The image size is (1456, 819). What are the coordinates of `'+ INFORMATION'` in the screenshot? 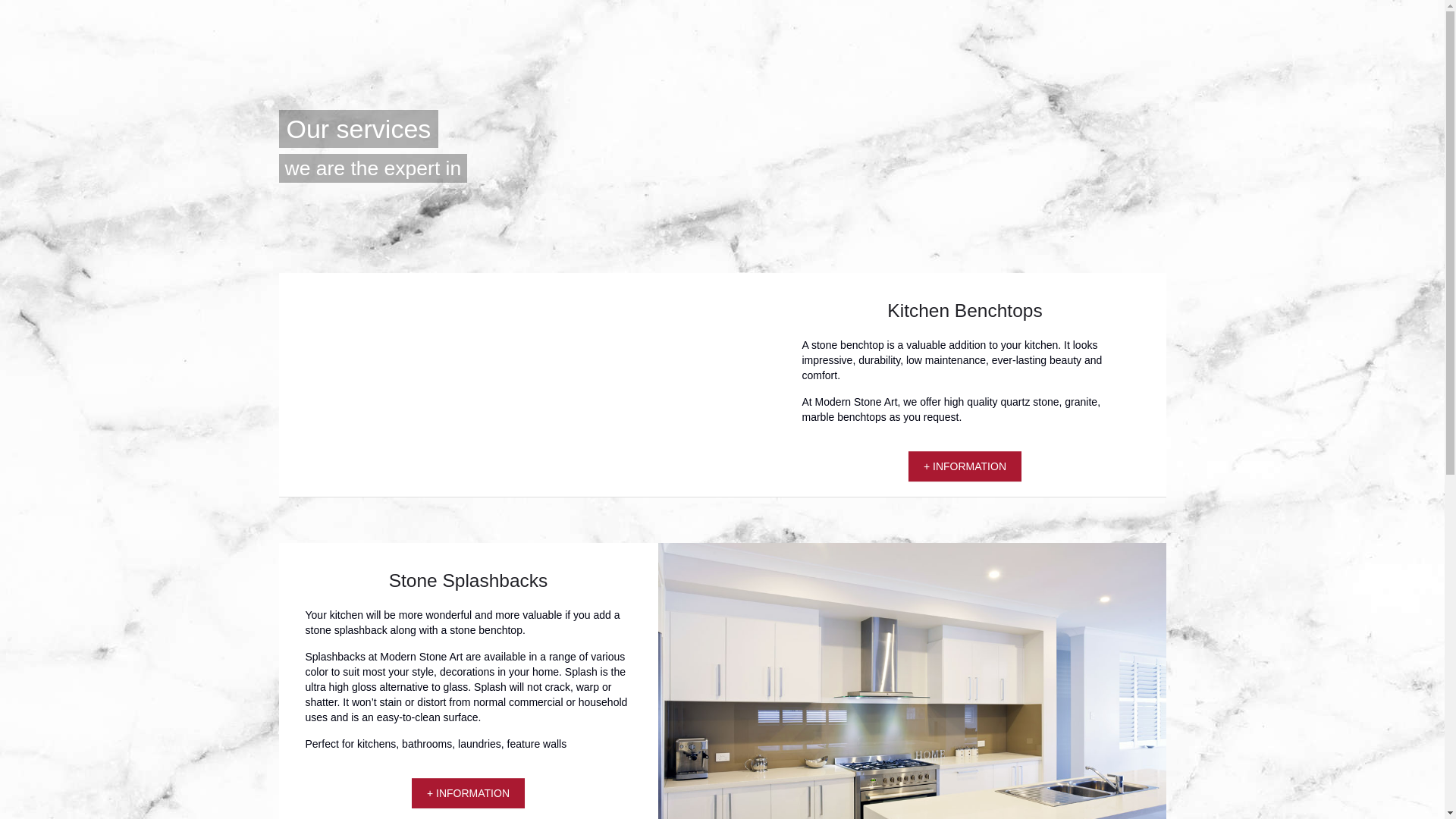 It's located at (467, 792).